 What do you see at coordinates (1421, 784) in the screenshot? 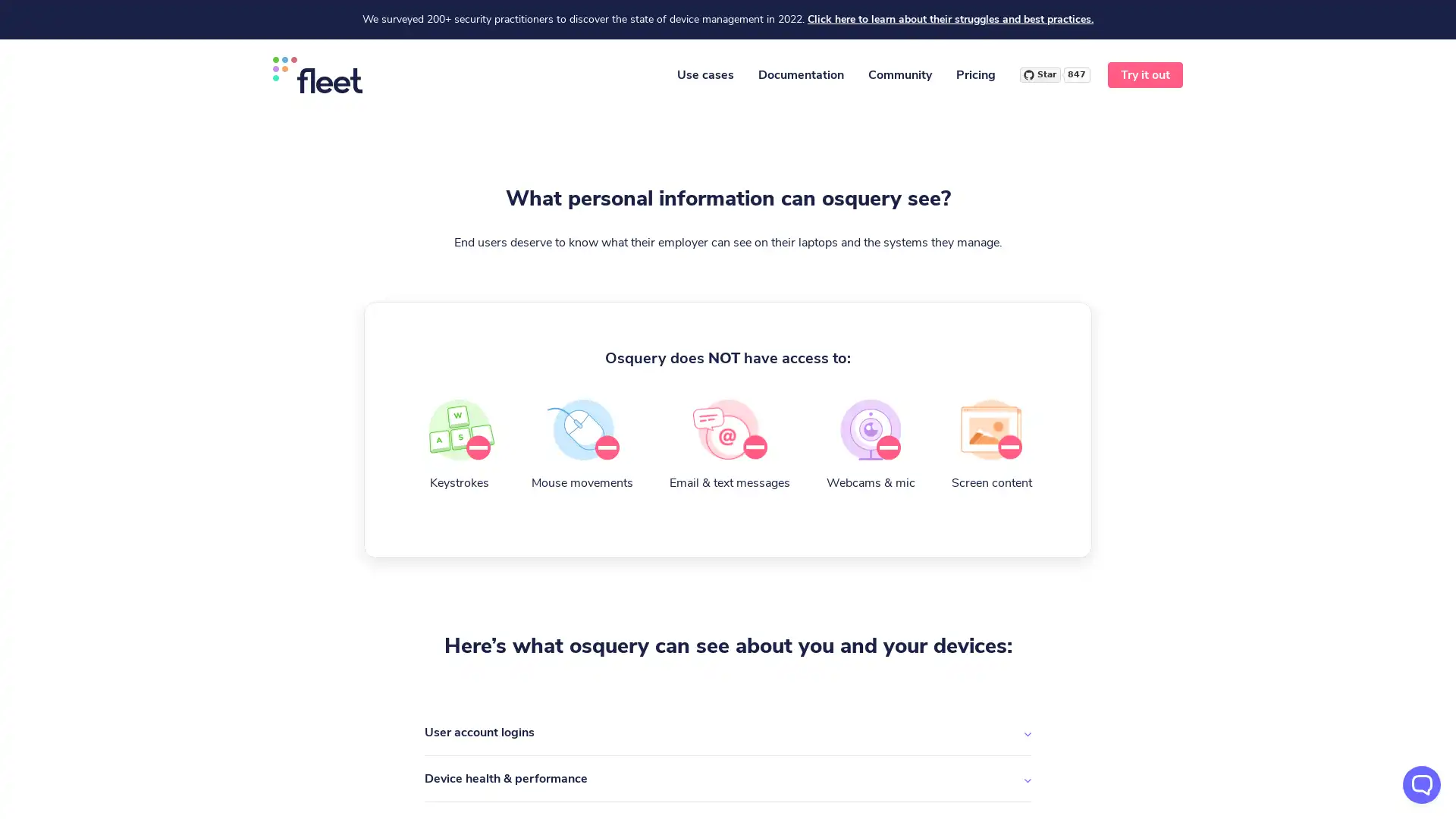
I see `Open chat widget` at bounding box center [1421, 784].